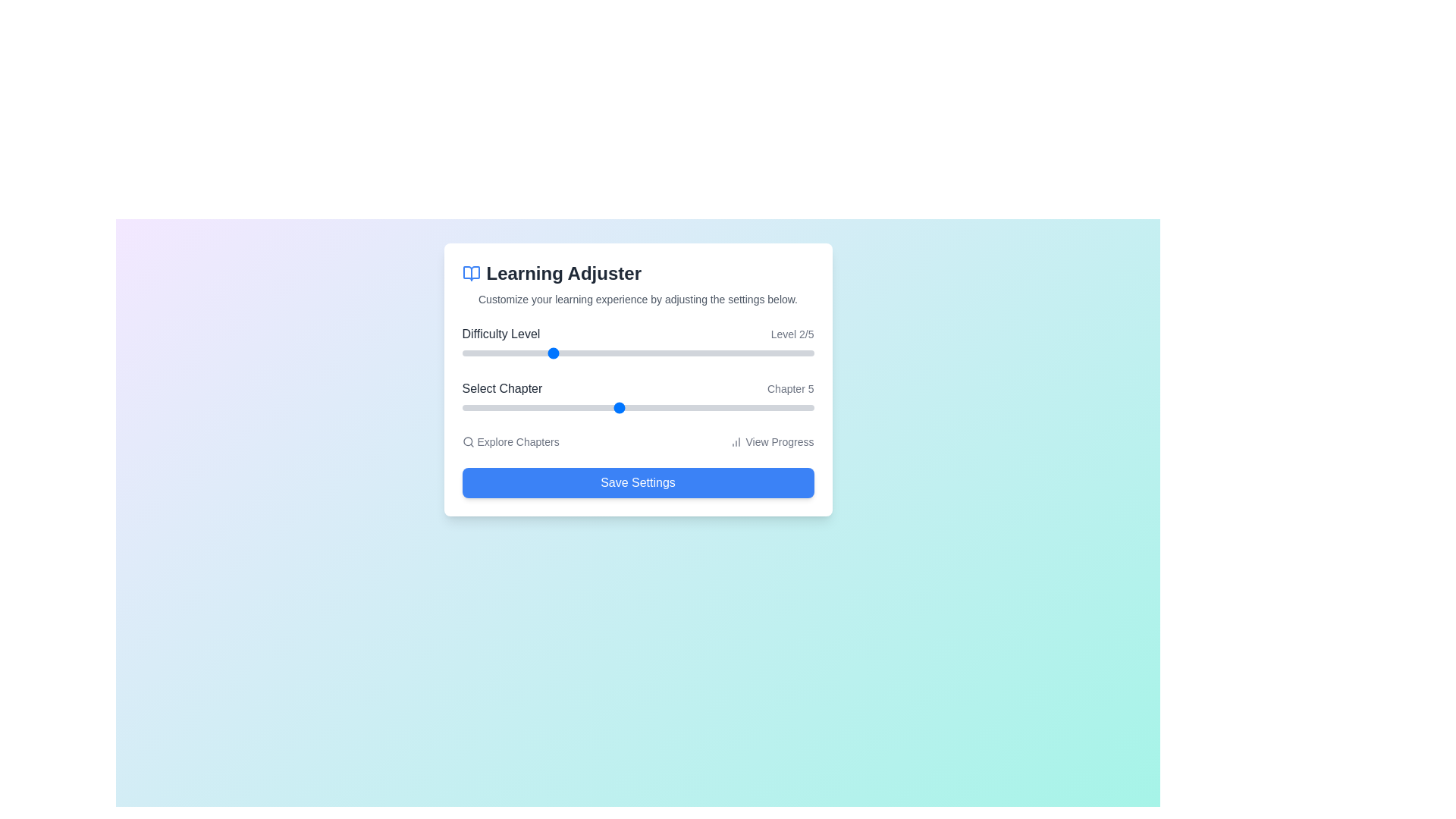 This screenshot has height=819, width=1456. I want to click on the chapter selection slider, so click(501, 406).